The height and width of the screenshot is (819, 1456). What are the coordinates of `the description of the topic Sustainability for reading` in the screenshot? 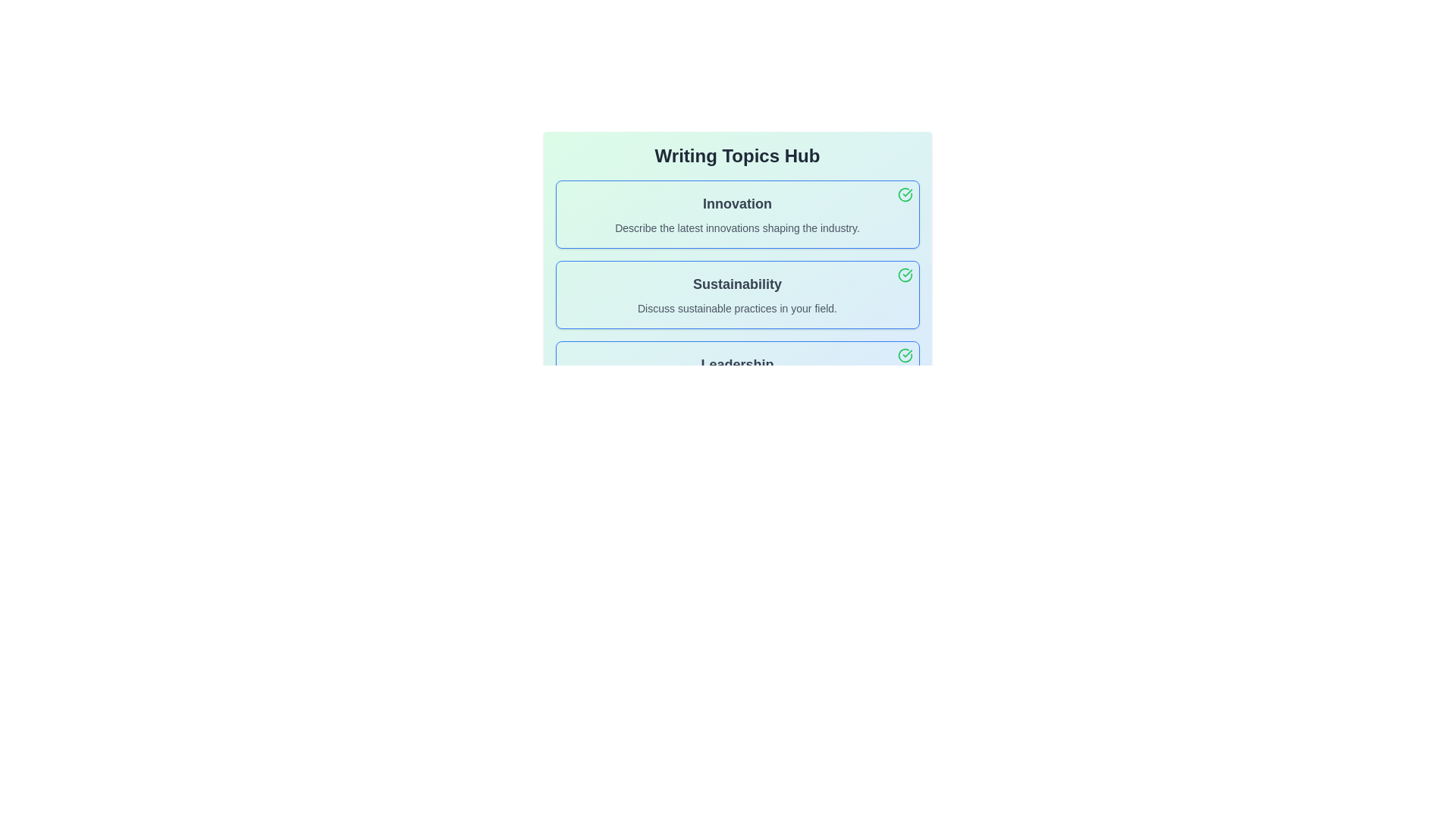 It's located at (737, 295).